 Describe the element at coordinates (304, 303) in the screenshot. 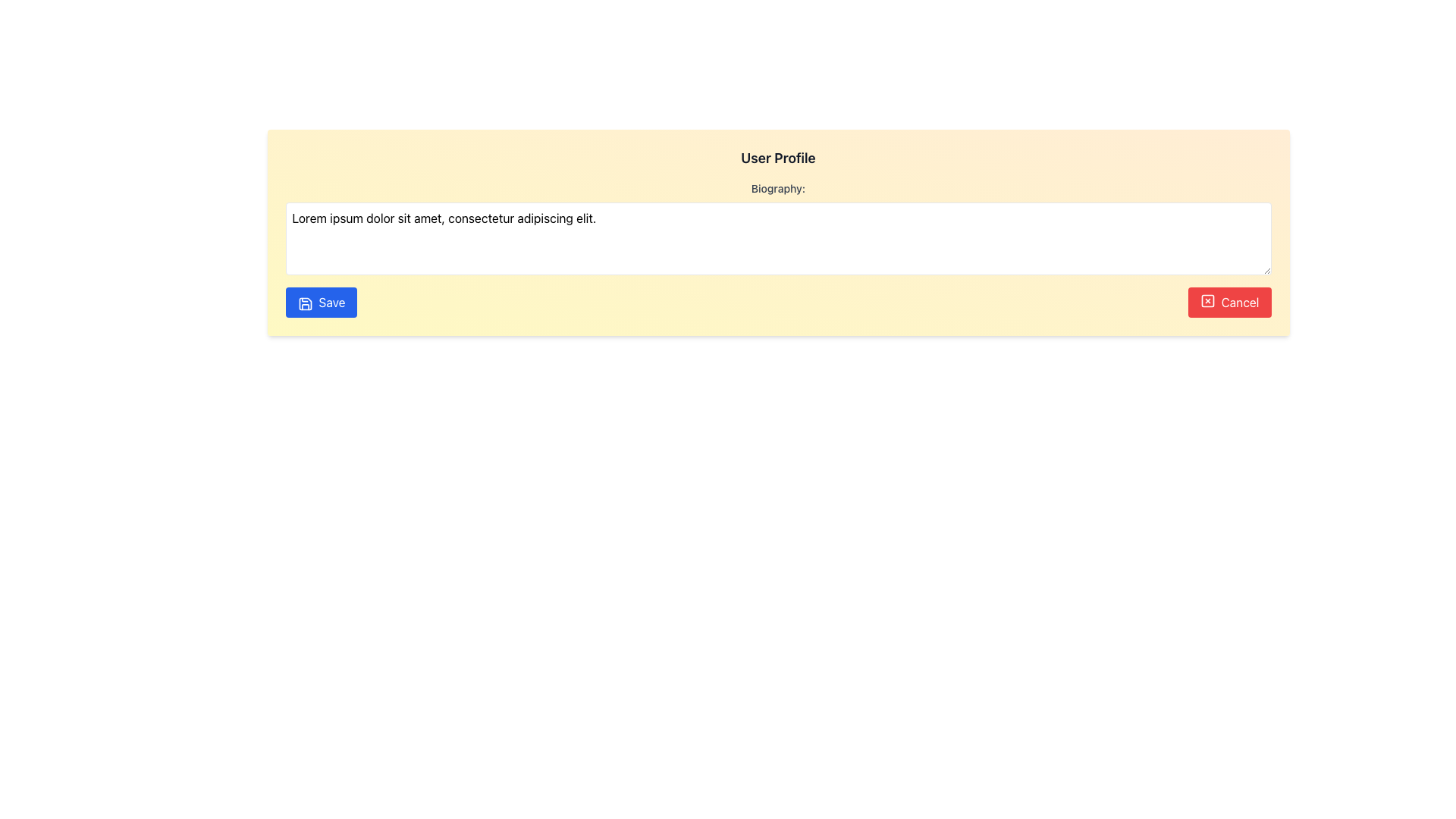

I see `the save icon, which is part of the blue 'Save' button located at the bottom left of the interactive form` at that location.